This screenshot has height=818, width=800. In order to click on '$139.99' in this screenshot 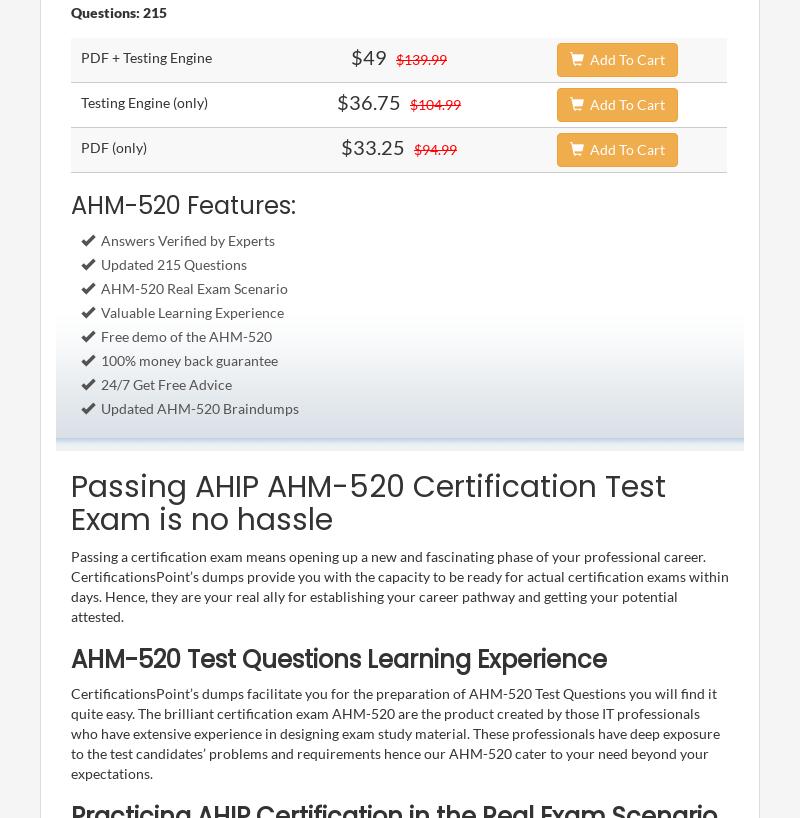, I will do `click(420, 57)`.